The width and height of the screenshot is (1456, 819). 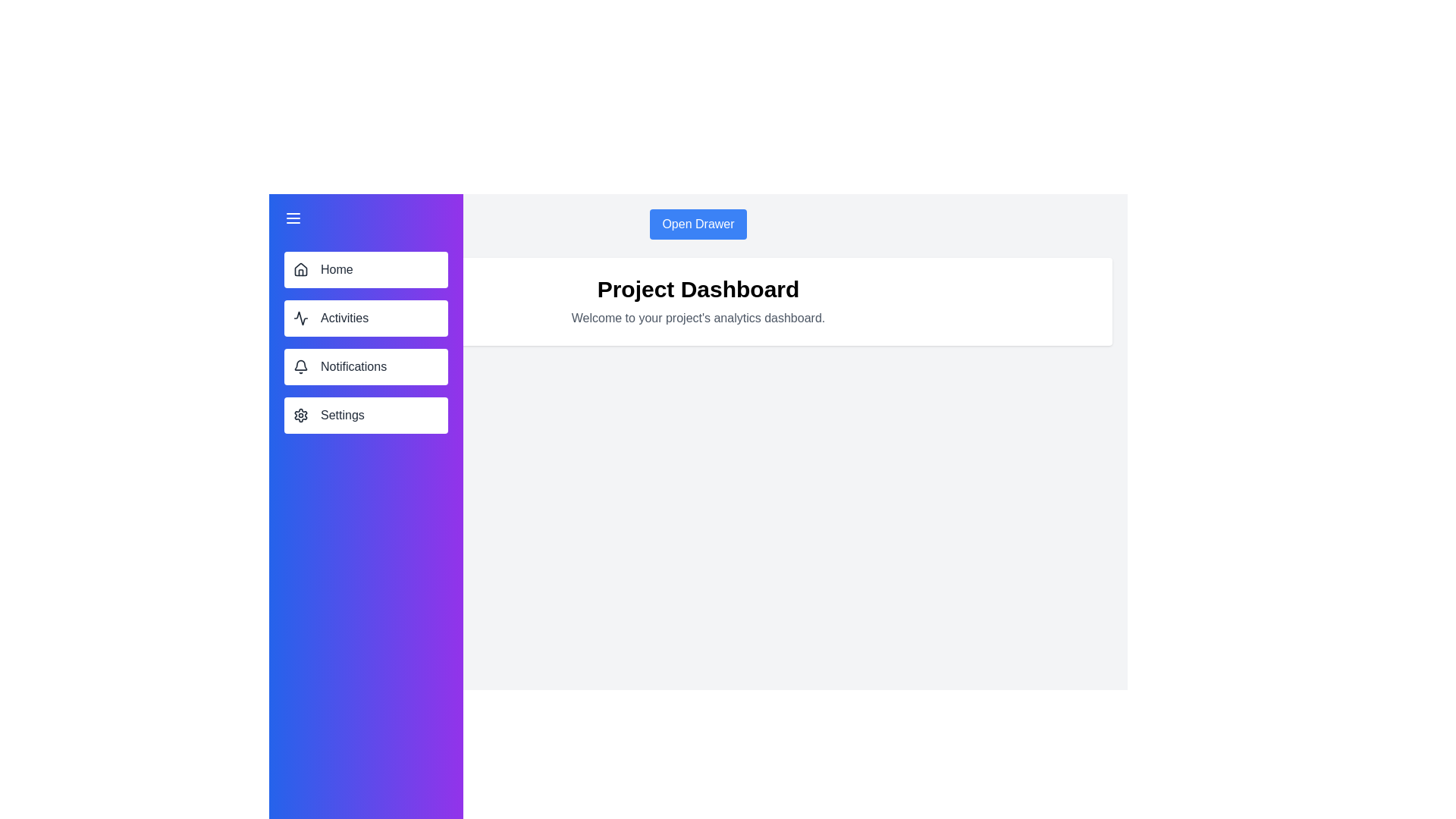 What do you see at coordinates (366, 268) in the screenshot?
I see `the menu item labeled Home to navigate to the corresponding section` at bounding box center [366, 268].